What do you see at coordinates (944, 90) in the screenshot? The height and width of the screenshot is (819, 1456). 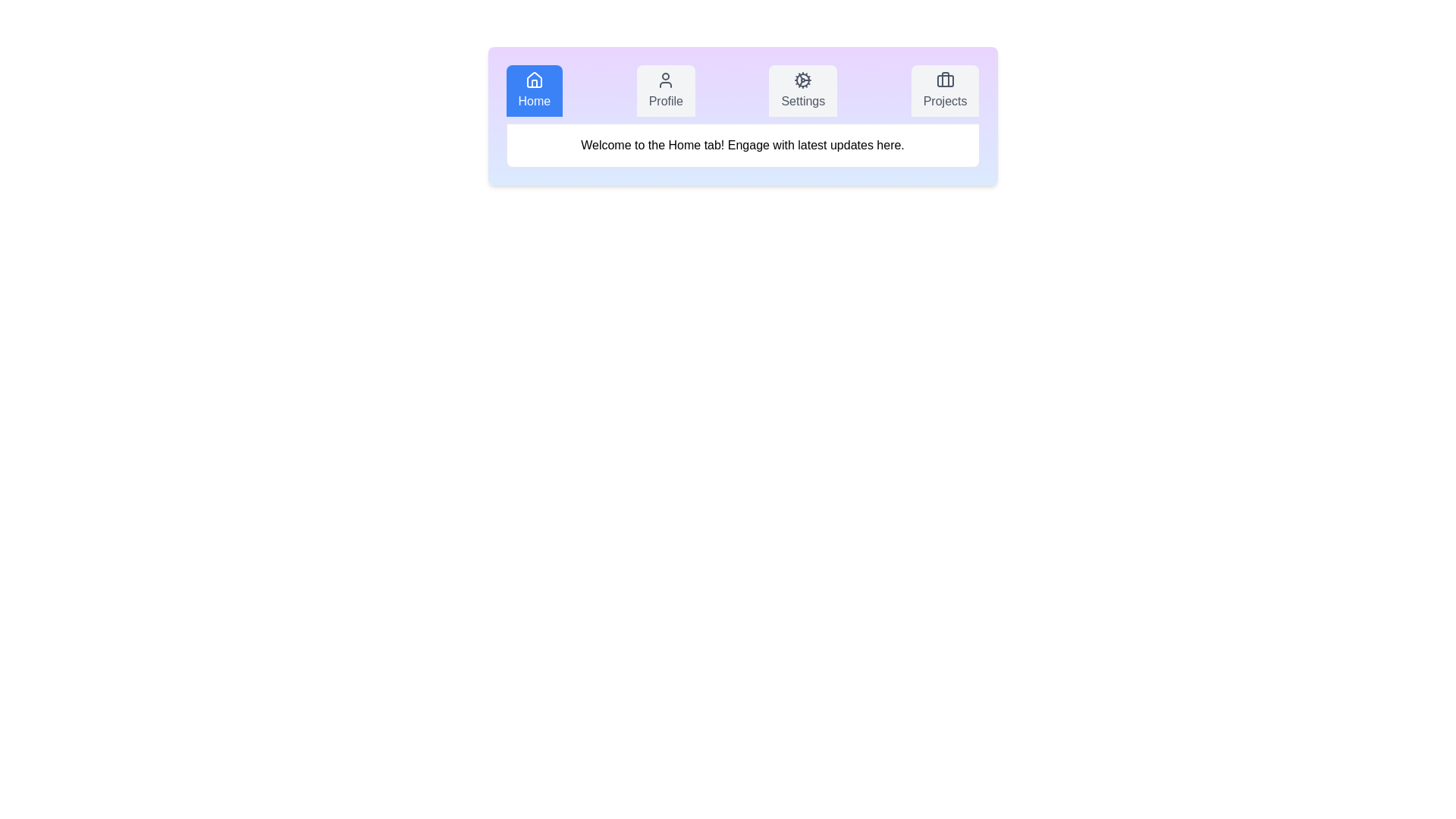 I see `the fourth tab in the horizontal navigation bar, which is a button with an icon and label for navigating to the 'Projects' section` at bounding box center [944, 90].